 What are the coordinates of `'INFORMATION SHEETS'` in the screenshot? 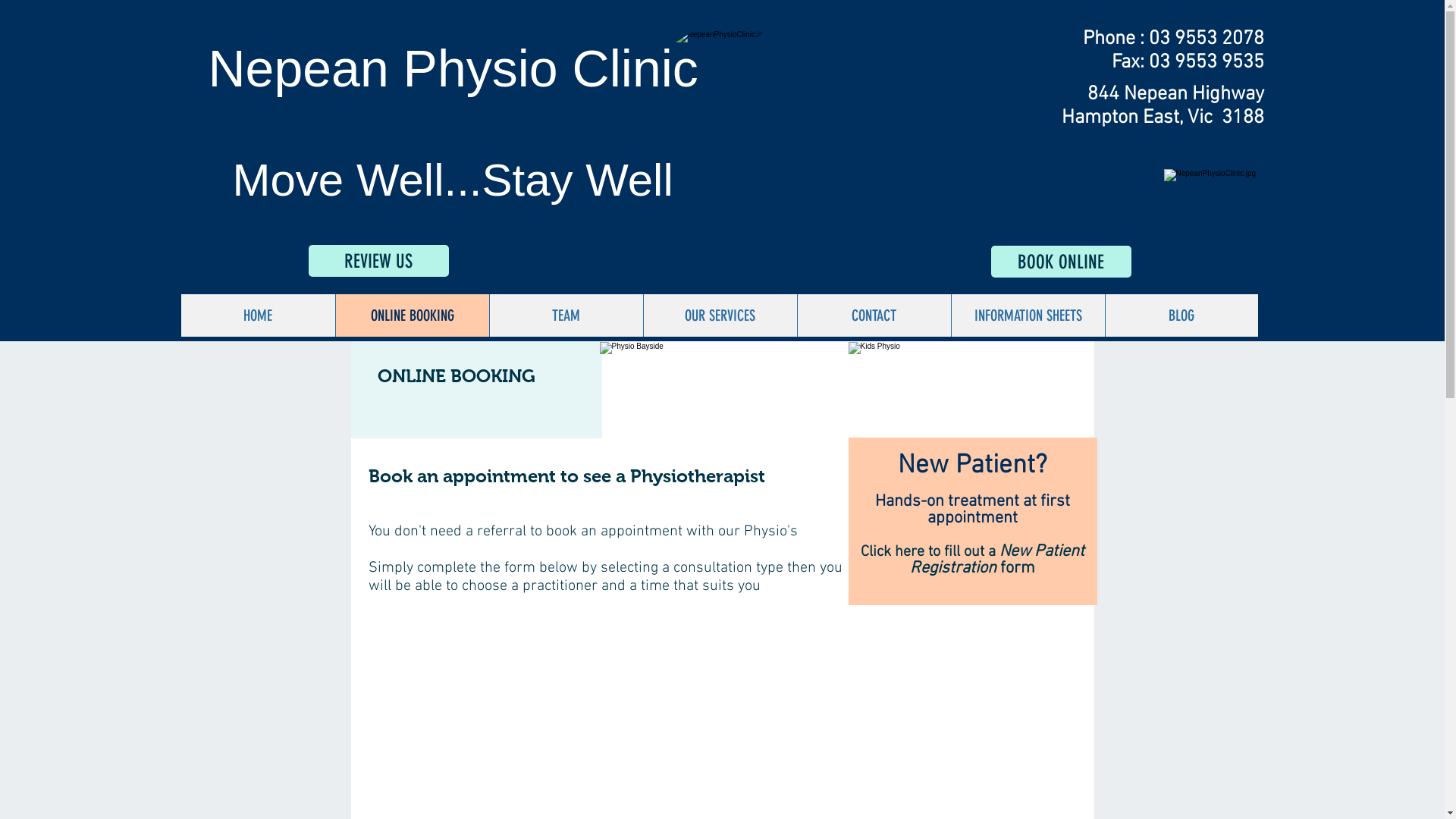 It's located at (949, 315).